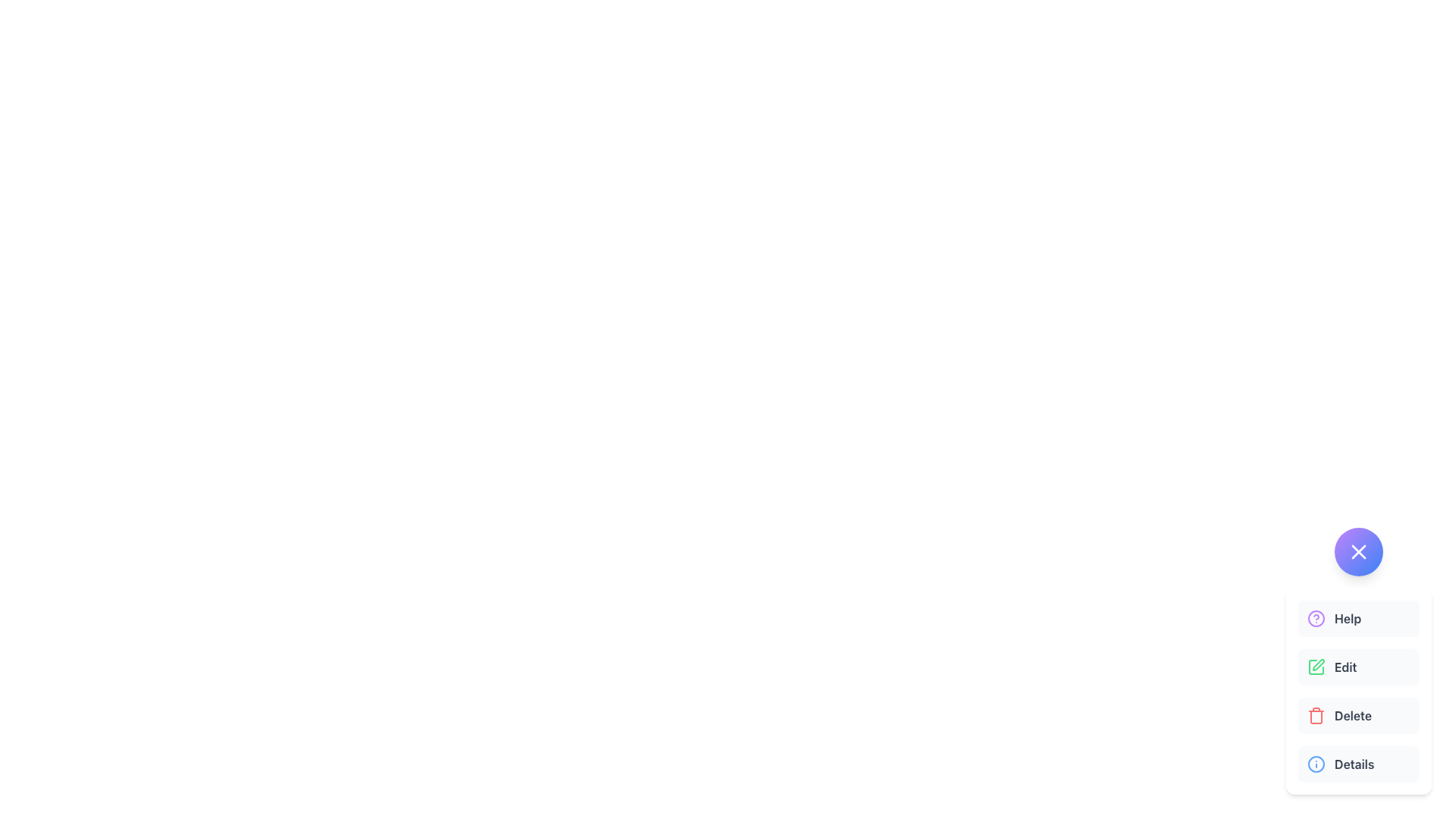 This screenshot has height=819, width=1456. I want to click on the 'Delete' option in the menu located in the bottom-right corner, which is the third option from the top and highlighted with a red icon, so click(1358, 691).